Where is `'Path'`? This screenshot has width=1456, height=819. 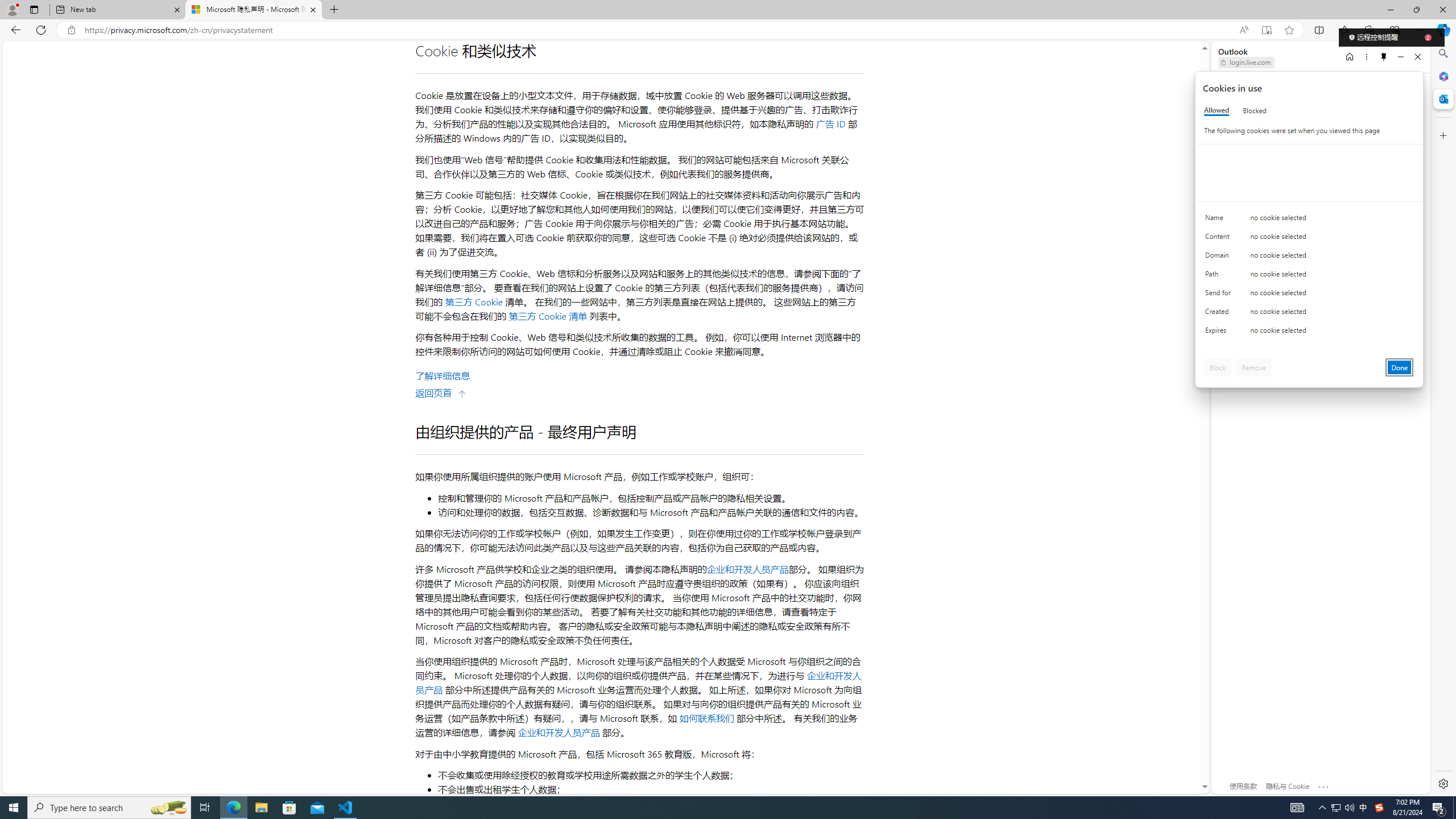 'Path' is located at coordinates (1219, 276).